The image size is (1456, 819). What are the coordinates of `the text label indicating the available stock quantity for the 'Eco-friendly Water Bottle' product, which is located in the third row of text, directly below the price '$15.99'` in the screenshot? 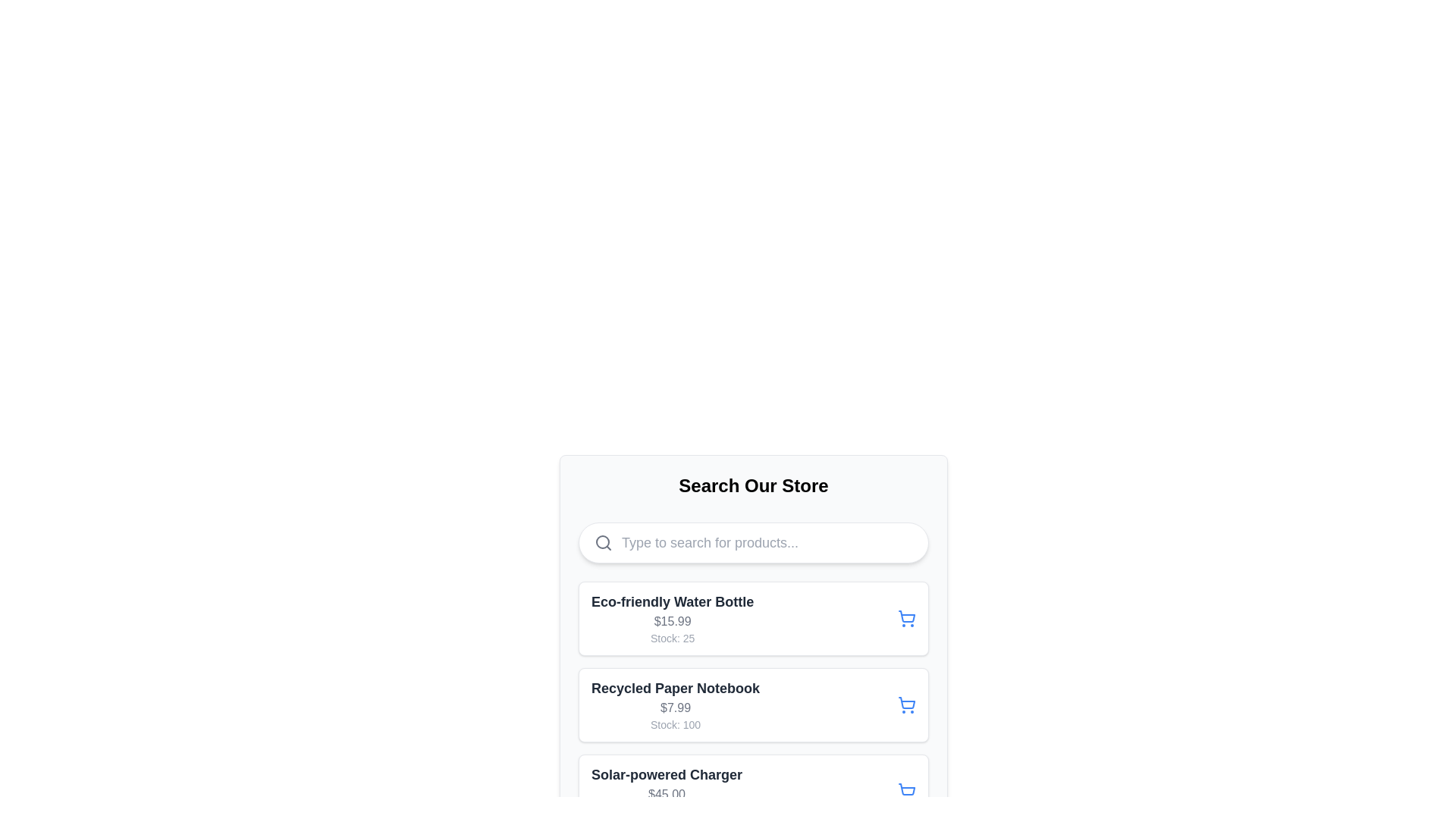 It's located at (672, 638).